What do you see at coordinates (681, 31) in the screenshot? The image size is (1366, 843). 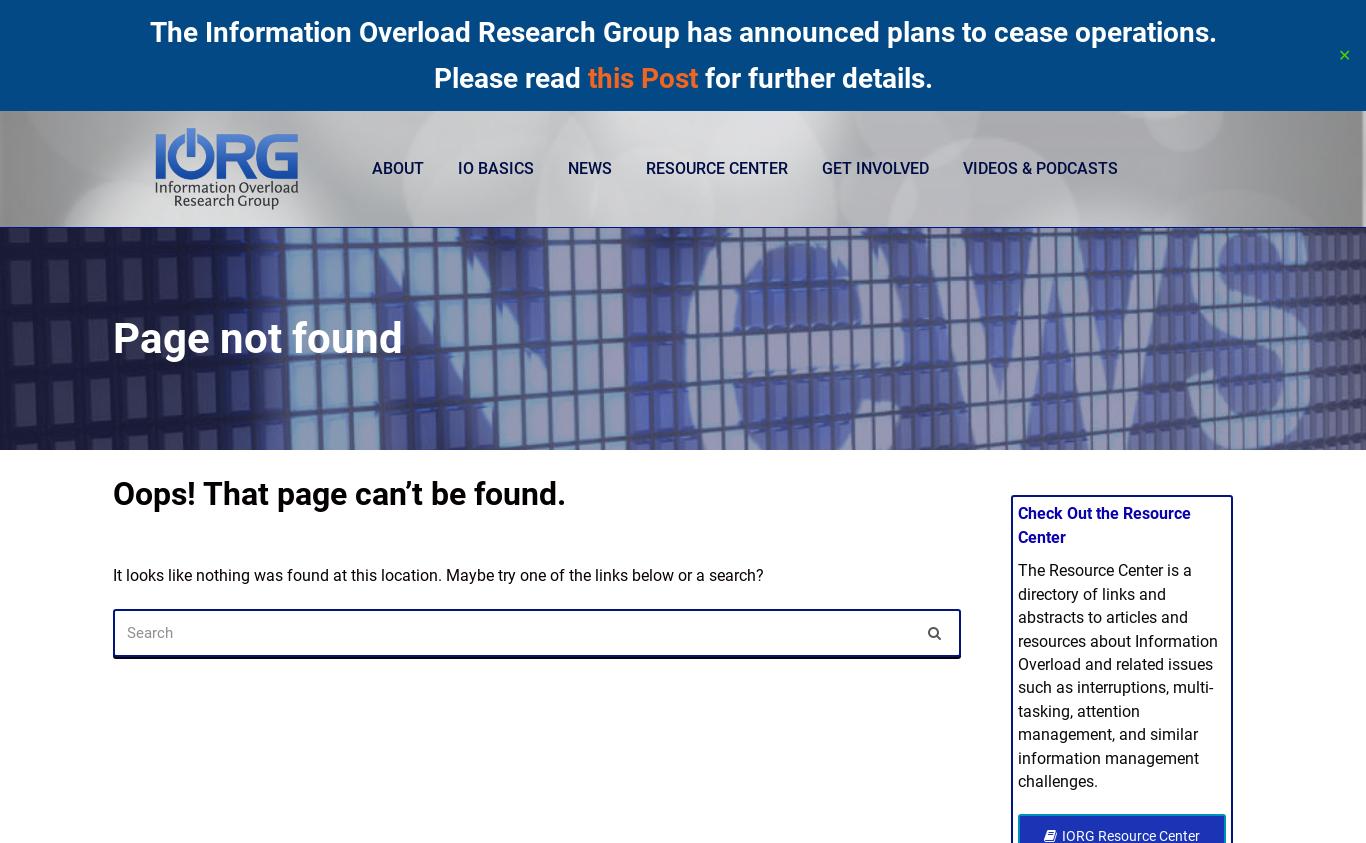 I see `'The Information Overload Research Group has announced plans to cease operations.'` at bounding box center [681, 31].